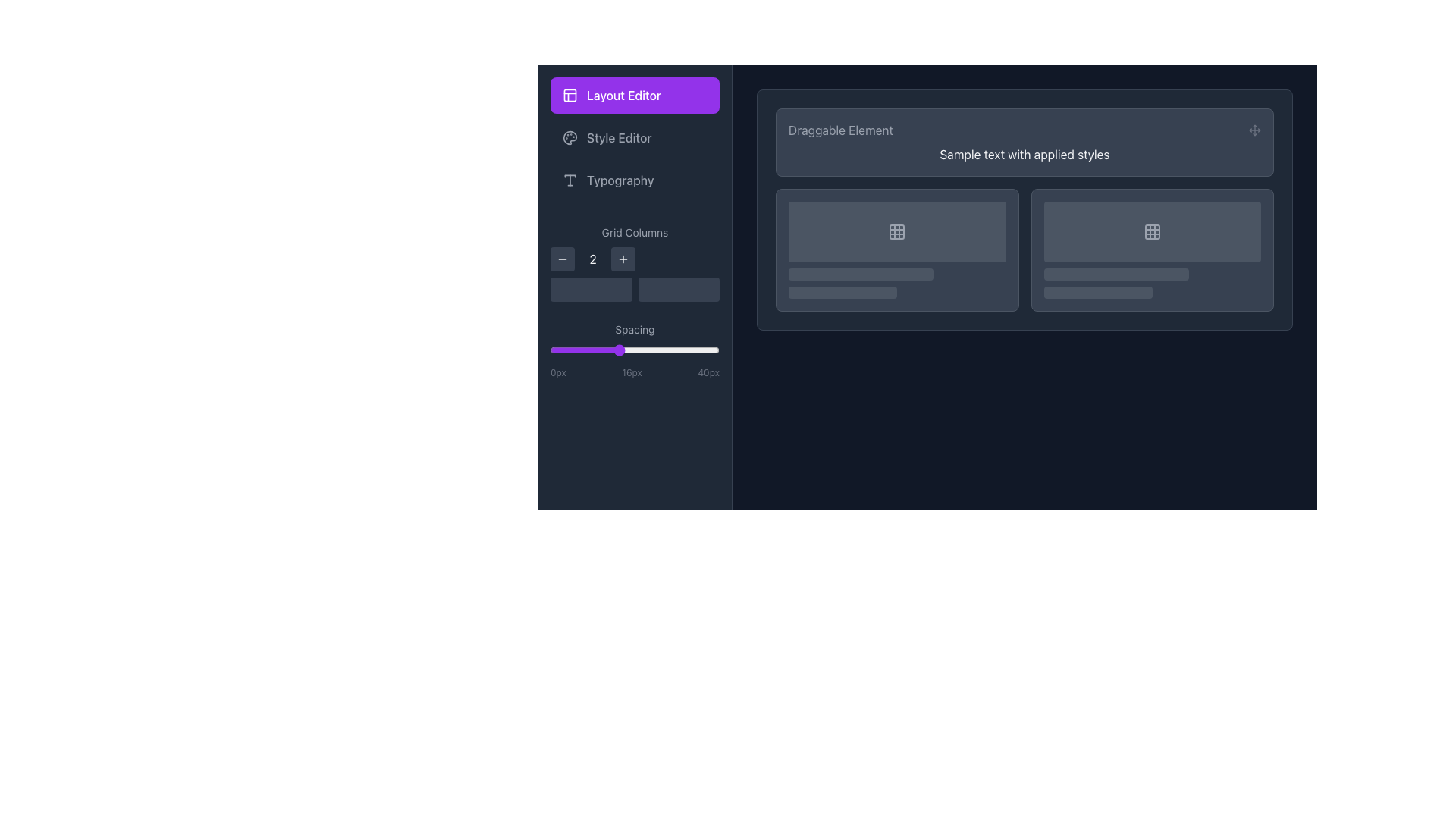 This screenshot has height=819, width=1456. Describe the element at coordinates (680, 350) in the screenshot. I see `the spacing value` at that location.